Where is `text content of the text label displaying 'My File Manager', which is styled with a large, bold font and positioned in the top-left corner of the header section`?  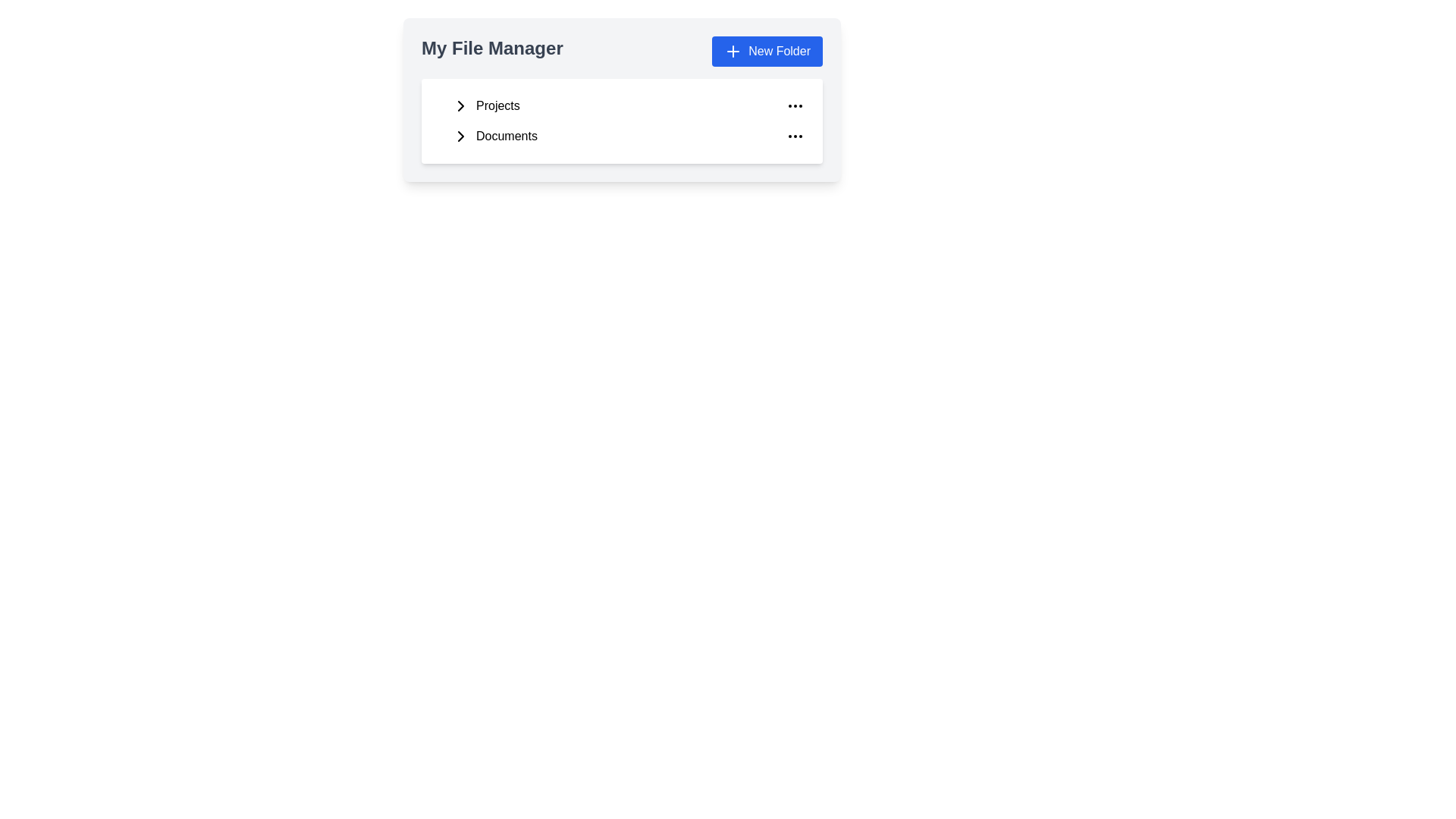
text content of the text label displaying 'My File Manager', which is styled with a large, bold font and positioned in the top-left corner of the header section is located at coordinates (492, 51).